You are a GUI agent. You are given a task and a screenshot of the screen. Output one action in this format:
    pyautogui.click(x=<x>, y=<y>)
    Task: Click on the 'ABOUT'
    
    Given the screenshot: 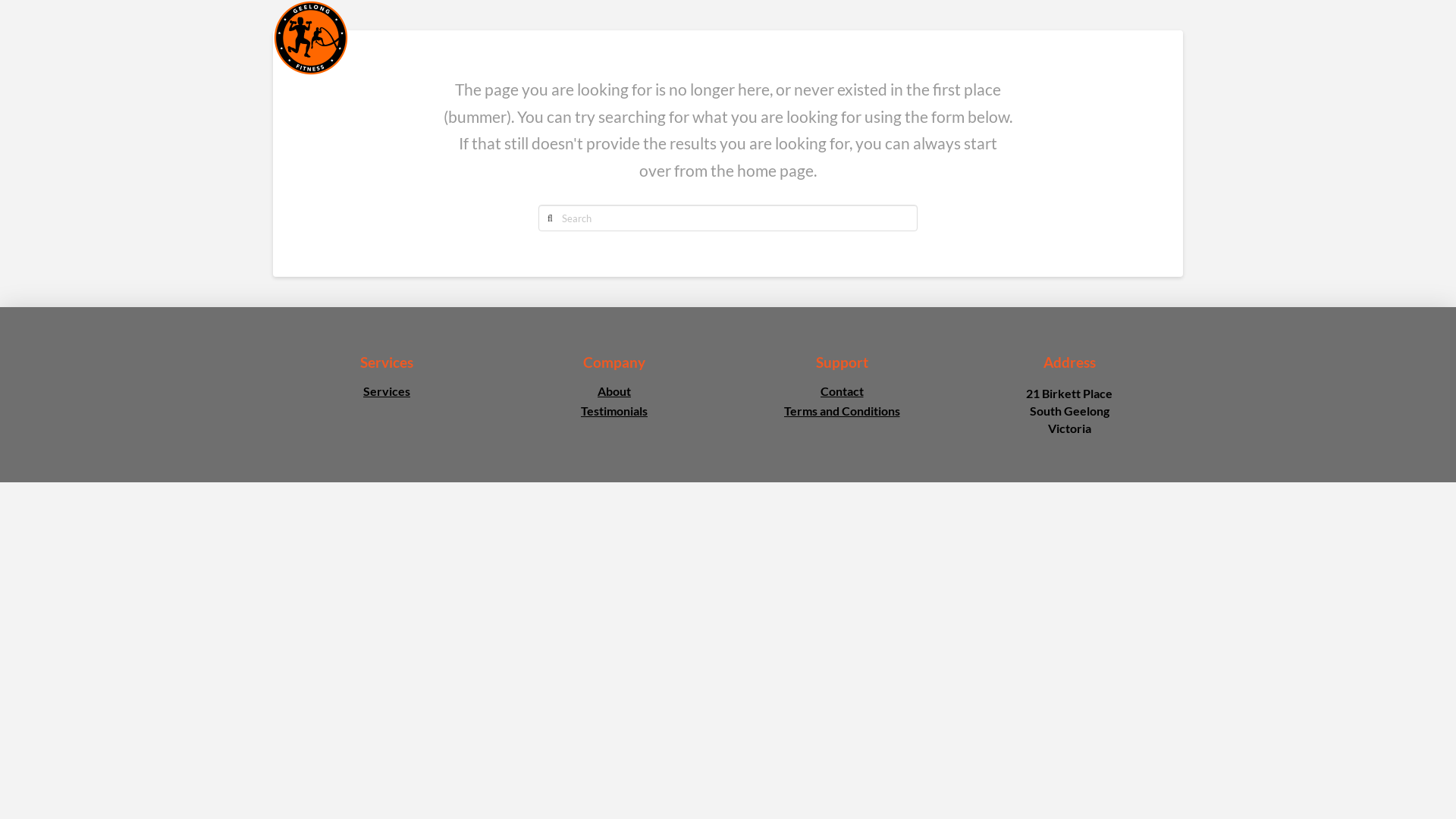 What is the action you would take?
    pyautogui.click(x=670, y=37)
    